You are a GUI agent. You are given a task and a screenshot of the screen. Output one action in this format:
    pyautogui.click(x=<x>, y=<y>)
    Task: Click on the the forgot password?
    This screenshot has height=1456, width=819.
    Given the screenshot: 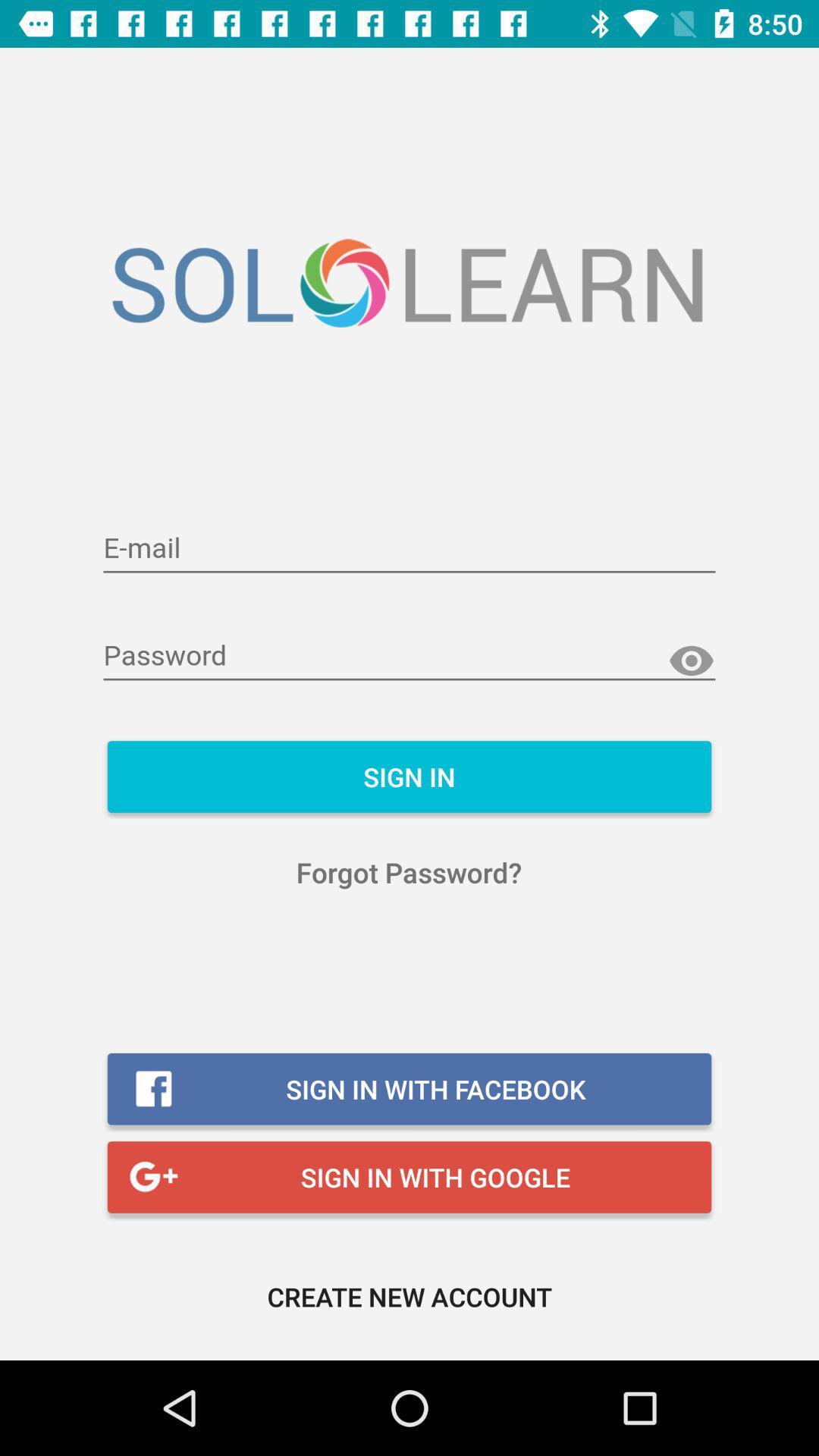 What is the action you would take?
    pyautogui.click(x=408, y=872)
    